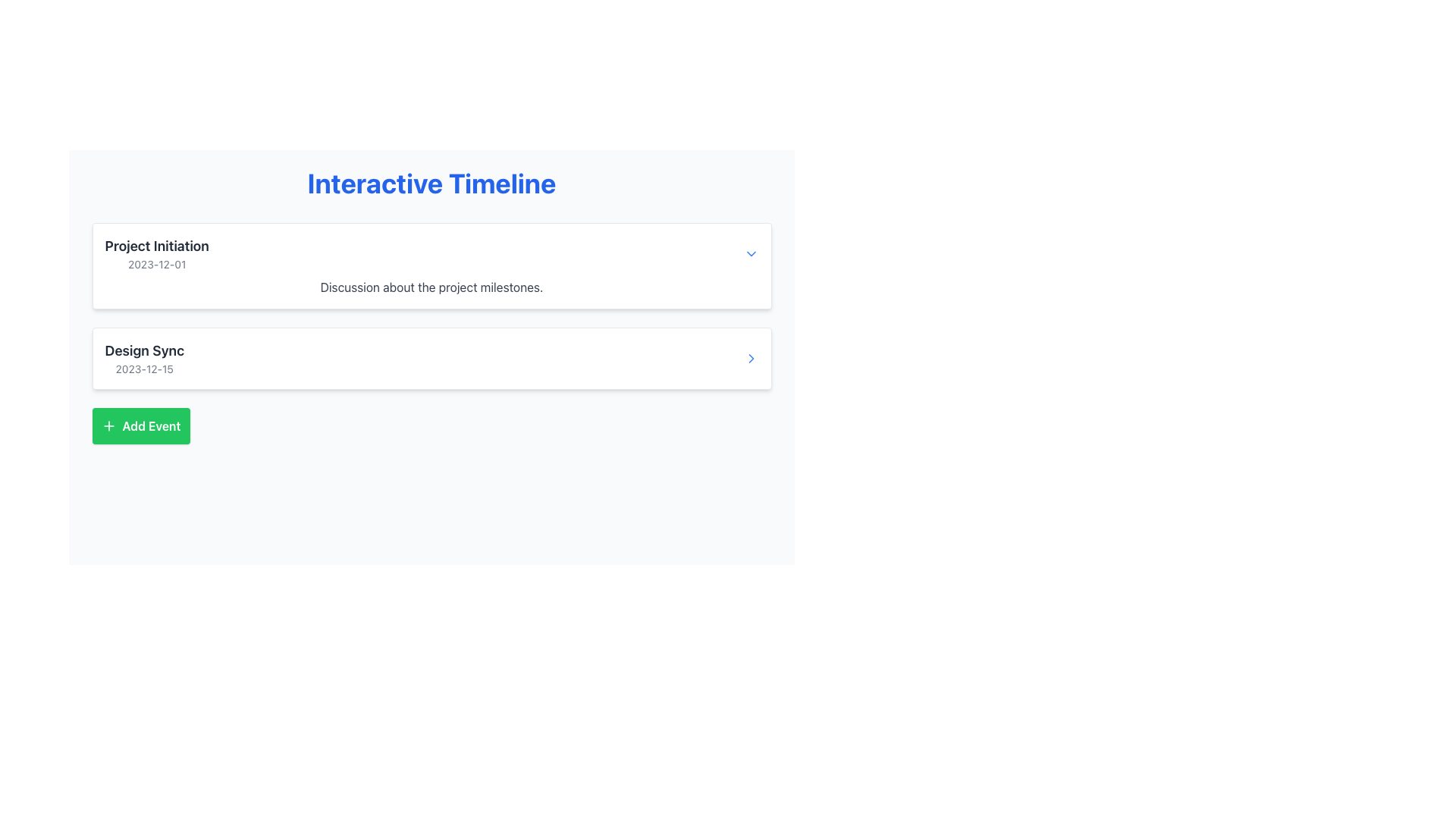  I want to click on the navigation button located at the far-right of the 'Design Sync' entry in the timeline, so click(751, 359).